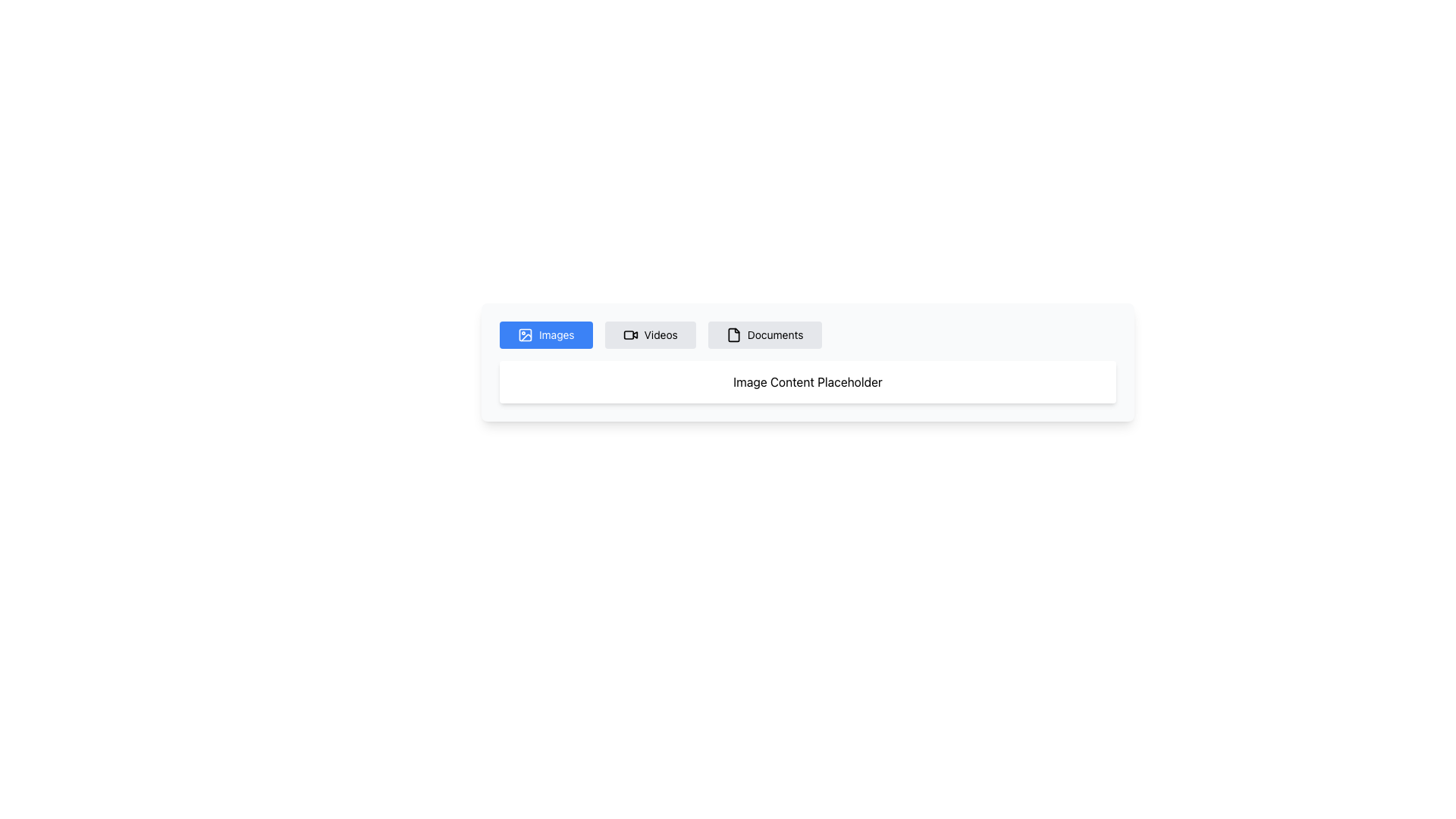  What do you see at coordinates (546, 334) in the screenshot?
I see `the 'Images' button, which is the first button in a row of three buttons labeled 'Images,' 'Videos,' and 'Documents,' located at the top-center of the UI` at bounding box center [546, 334].